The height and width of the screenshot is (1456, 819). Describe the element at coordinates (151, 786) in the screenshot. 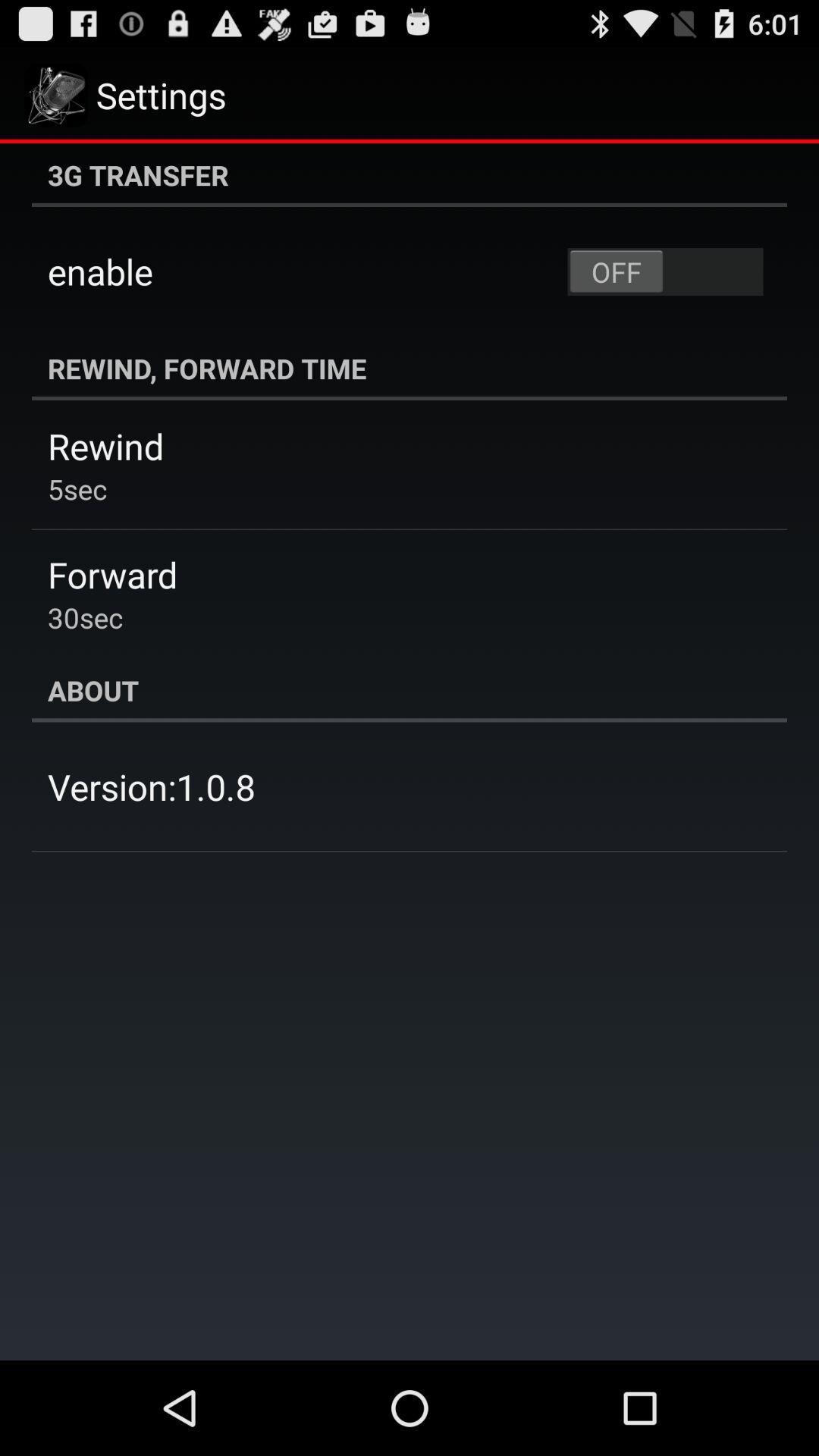

I see `version 1 0 icon` at that location.